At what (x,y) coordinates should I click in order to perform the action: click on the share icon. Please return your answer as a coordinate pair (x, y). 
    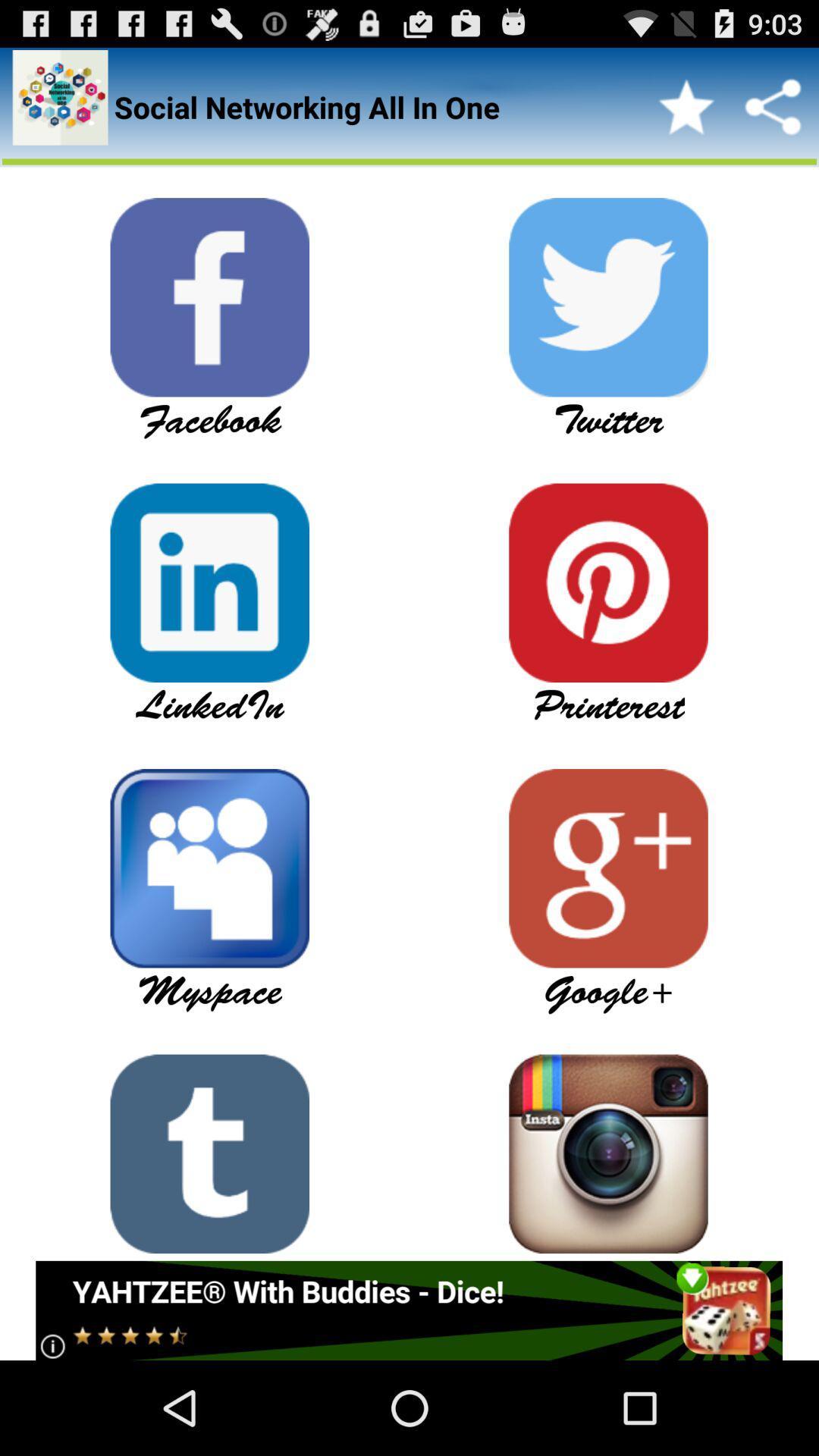
    Looking at the image, I should click on (773, 114).